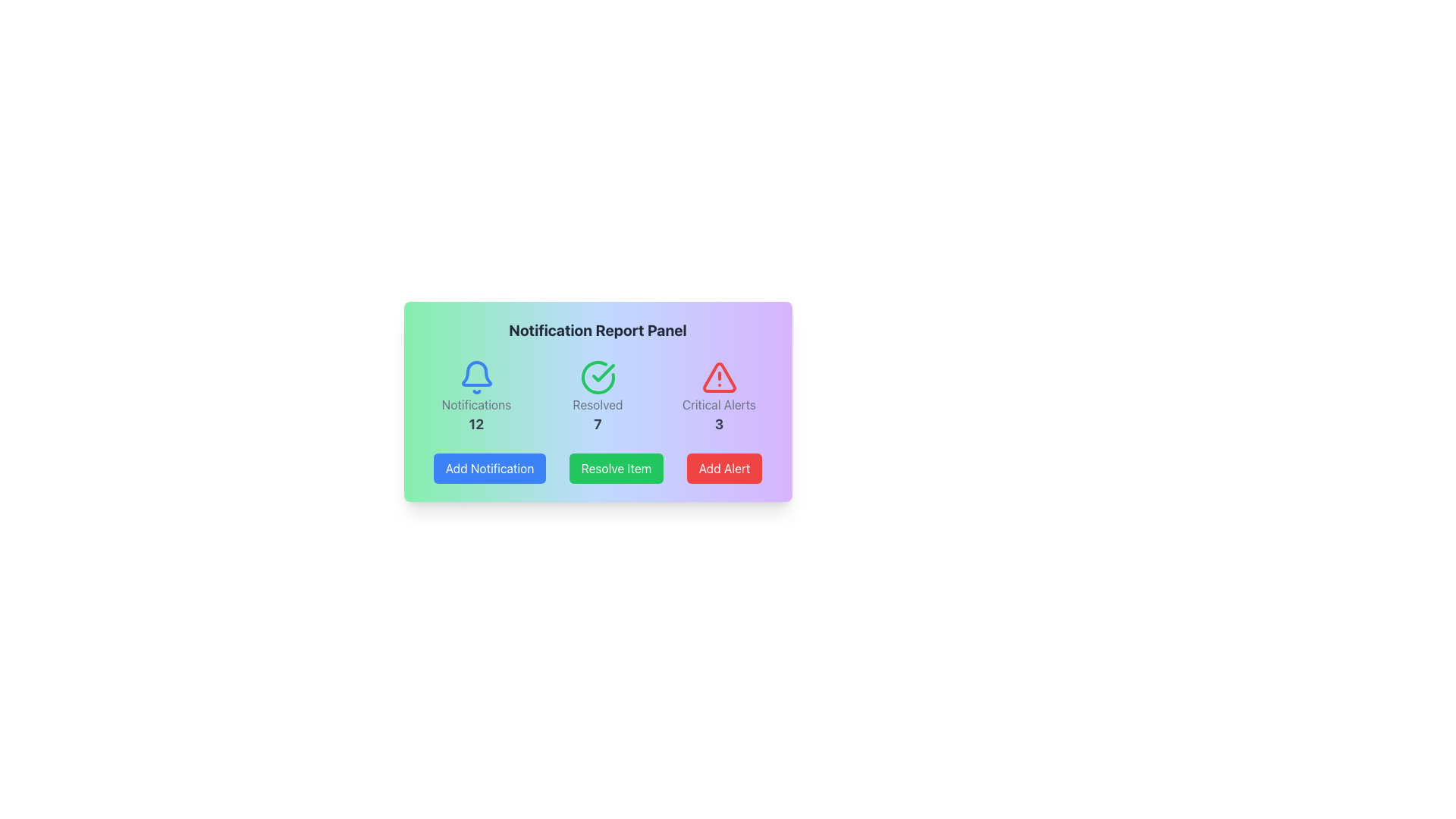 This screenshot has height=819, width=1456. Describe the element at coordinates (597, 403) in the screenshot. I see `the text label displaying 'Resolved' in gray color, which is located below a green checkmark icon and above the number '7' in the middle section of a horizontally aligned panel` at that location.